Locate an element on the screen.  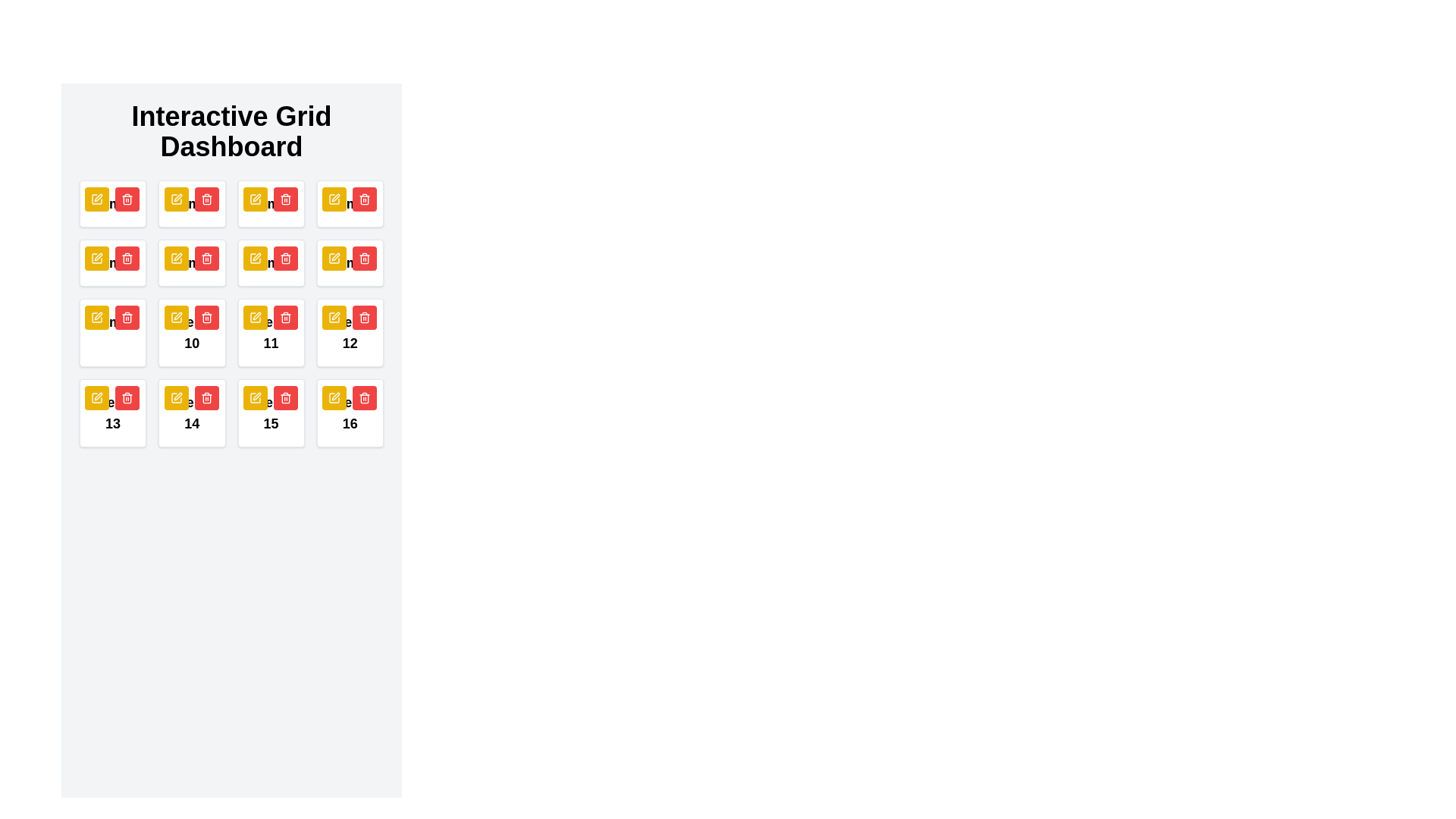
the 'delete' button located in the top-right corner group of the card labeled '10', which is the second button in a 4x4 grid layout is located at coordinates (206, 317).